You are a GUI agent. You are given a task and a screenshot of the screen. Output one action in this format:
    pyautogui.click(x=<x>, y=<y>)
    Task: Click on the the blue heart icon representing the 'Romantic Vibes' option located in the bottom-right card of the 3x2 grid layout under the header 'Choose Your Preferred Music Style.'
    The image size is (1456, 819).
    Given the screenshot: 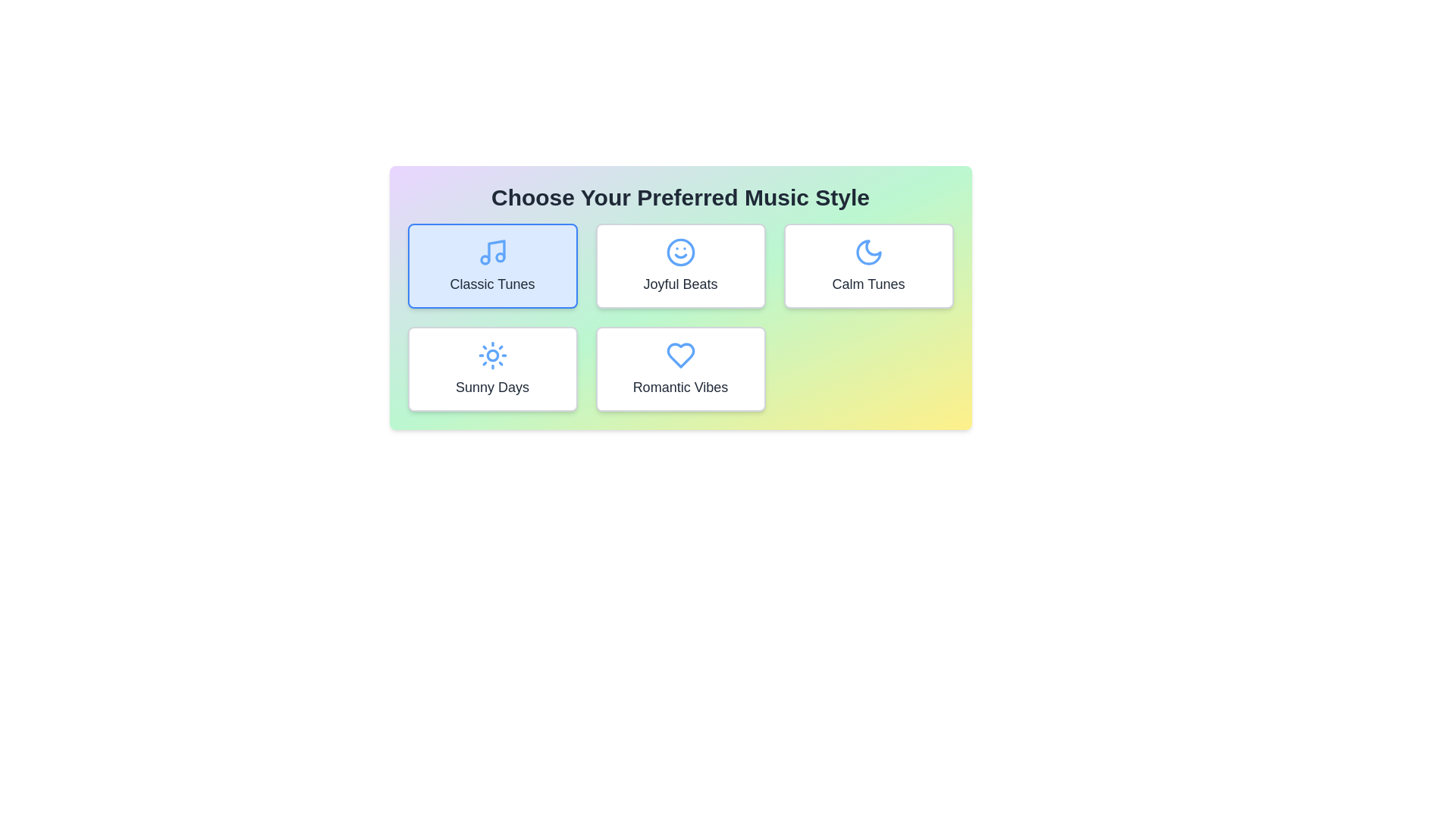 What is the action you would take?
    pyautogui.click(x=679, y=356)
    